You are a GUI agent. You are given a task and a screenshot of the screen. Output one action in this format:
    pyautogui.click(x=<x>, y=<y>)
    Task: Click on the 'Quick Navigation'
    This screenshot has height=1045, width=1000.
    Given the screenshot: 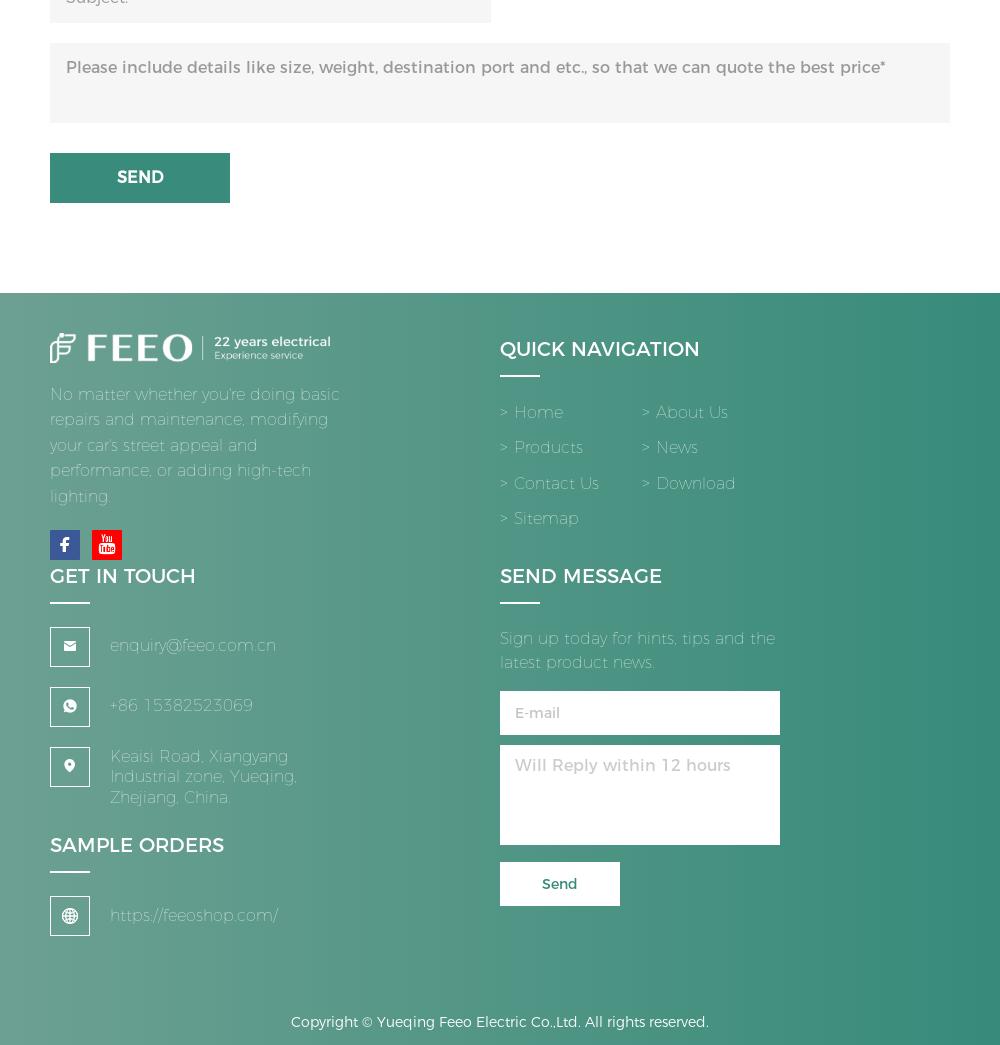 What is the action you would take?
    pyautogui.click(x=599, y=357)
    